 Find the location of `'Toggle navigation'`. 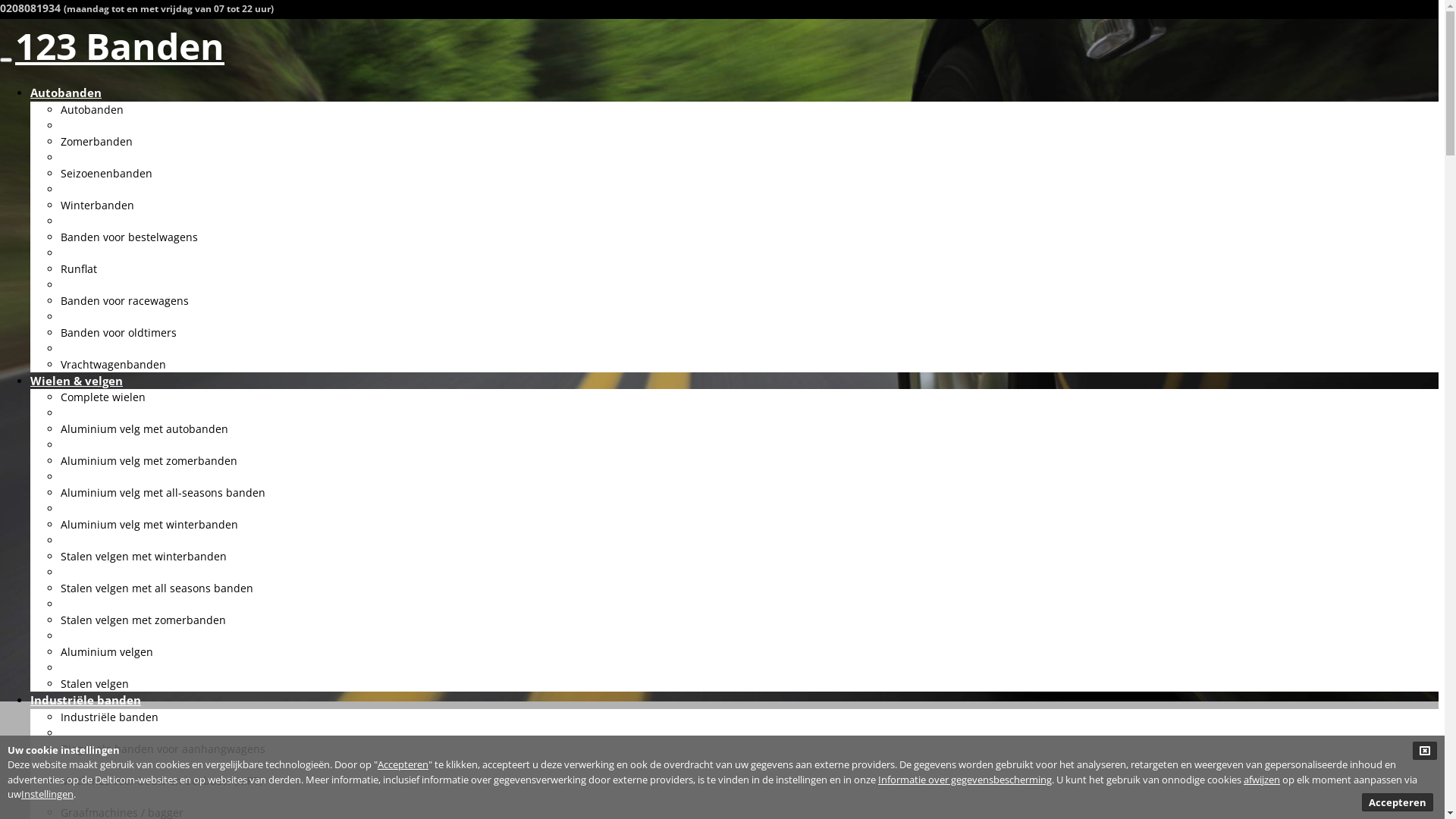

'Toggle navigation' is located at coordinates (6, 58).